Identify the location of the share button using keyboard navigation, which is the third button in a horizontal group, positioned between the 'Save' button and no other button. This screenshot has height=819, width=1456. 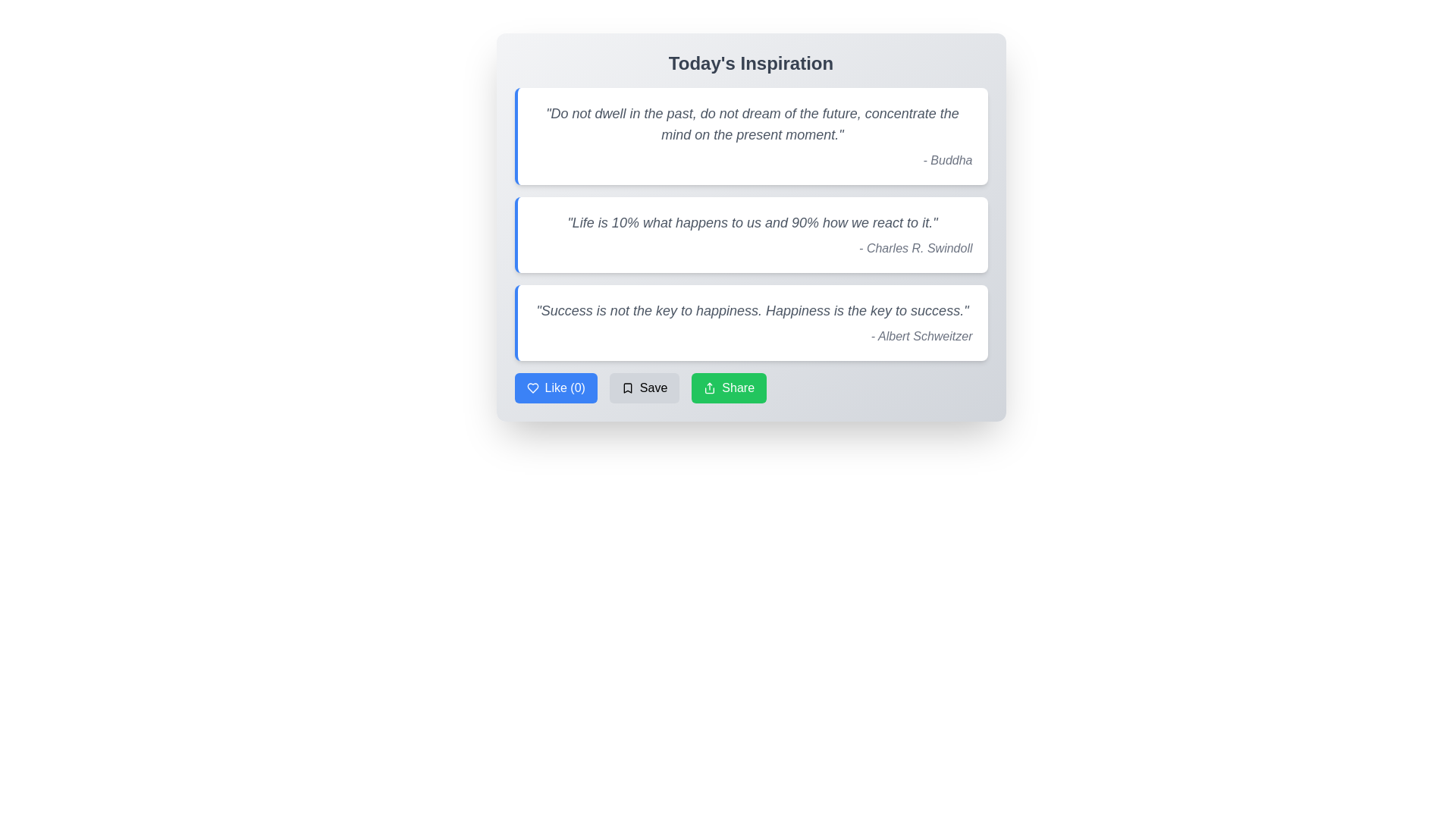
(729, 388).